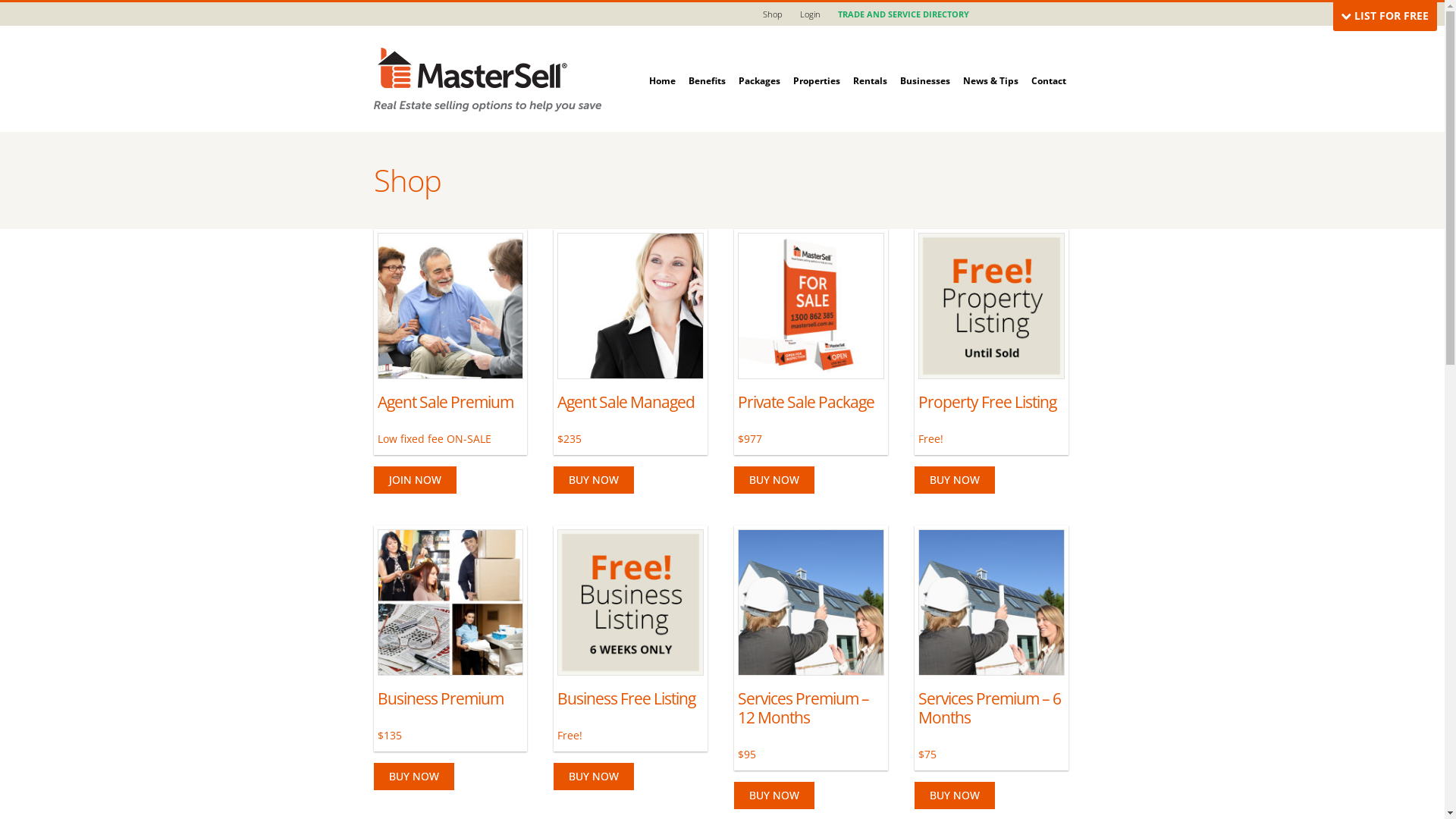  Describe the element at coordinates (378, 635) in the screenshot. I see `'Business Premium` at that location.